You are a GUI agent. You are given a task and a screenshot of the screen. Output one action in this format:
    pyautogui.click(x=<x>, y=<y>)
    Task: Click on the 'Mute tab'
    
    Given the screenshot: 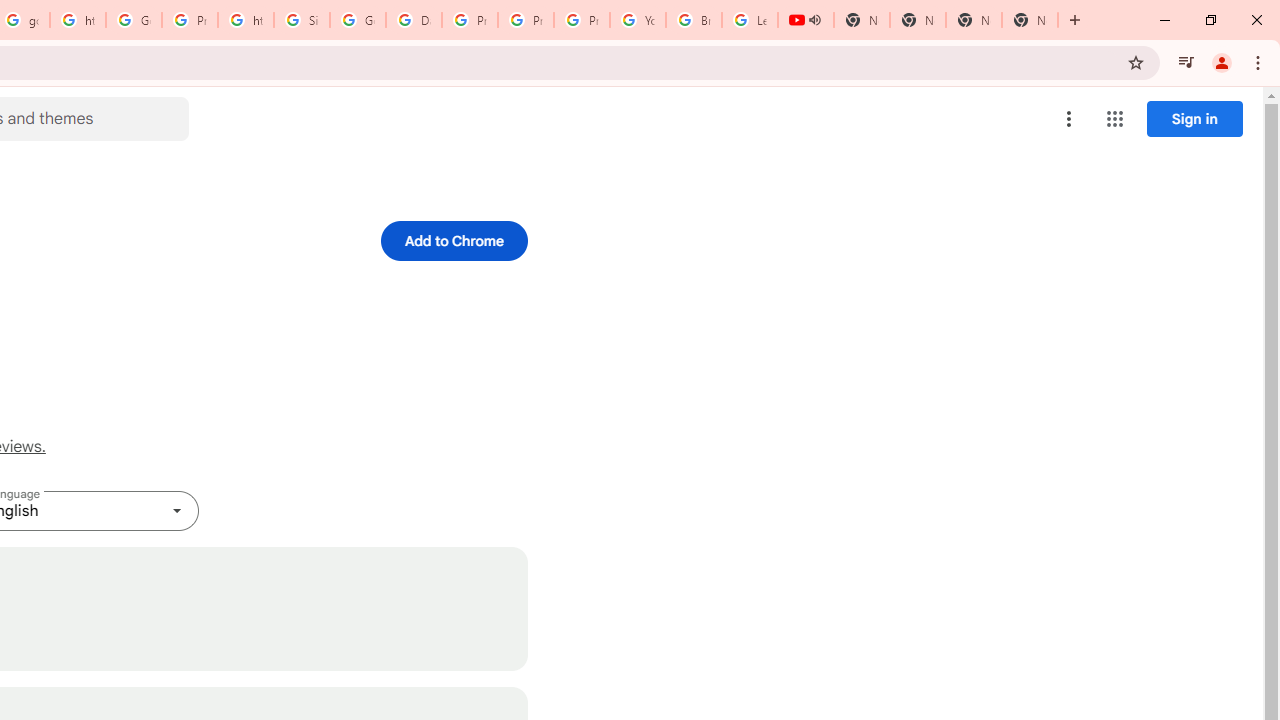 What is the action you would take?
    pyautogui.click(x=814, y=20)
    